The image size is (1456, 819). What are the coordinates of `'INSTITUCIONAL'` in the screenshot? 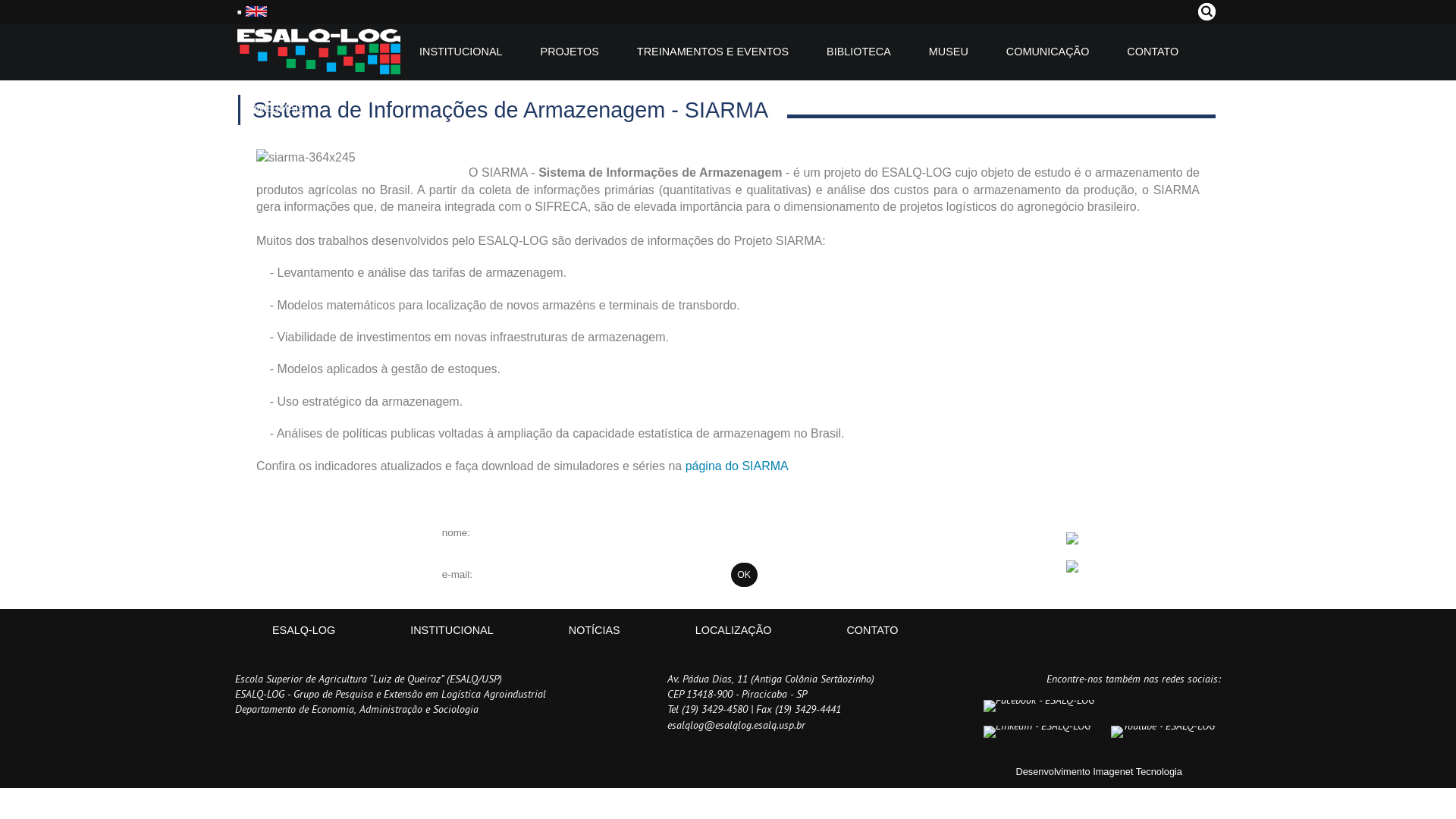 It's located at (451, 629).